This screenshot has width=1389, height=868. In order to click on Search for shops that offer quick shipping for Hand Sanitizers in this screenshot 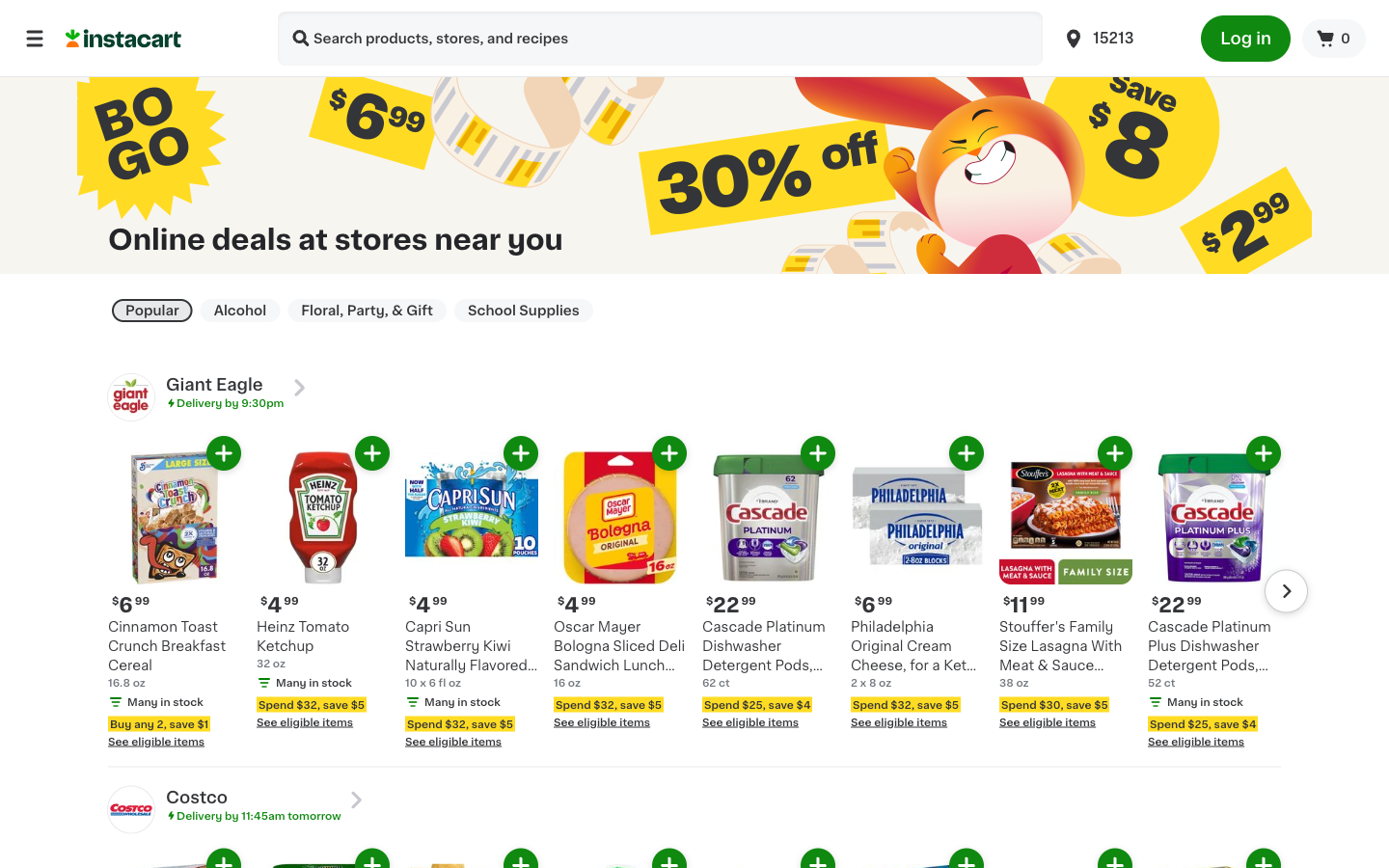, I will do `click(301, 40)`.